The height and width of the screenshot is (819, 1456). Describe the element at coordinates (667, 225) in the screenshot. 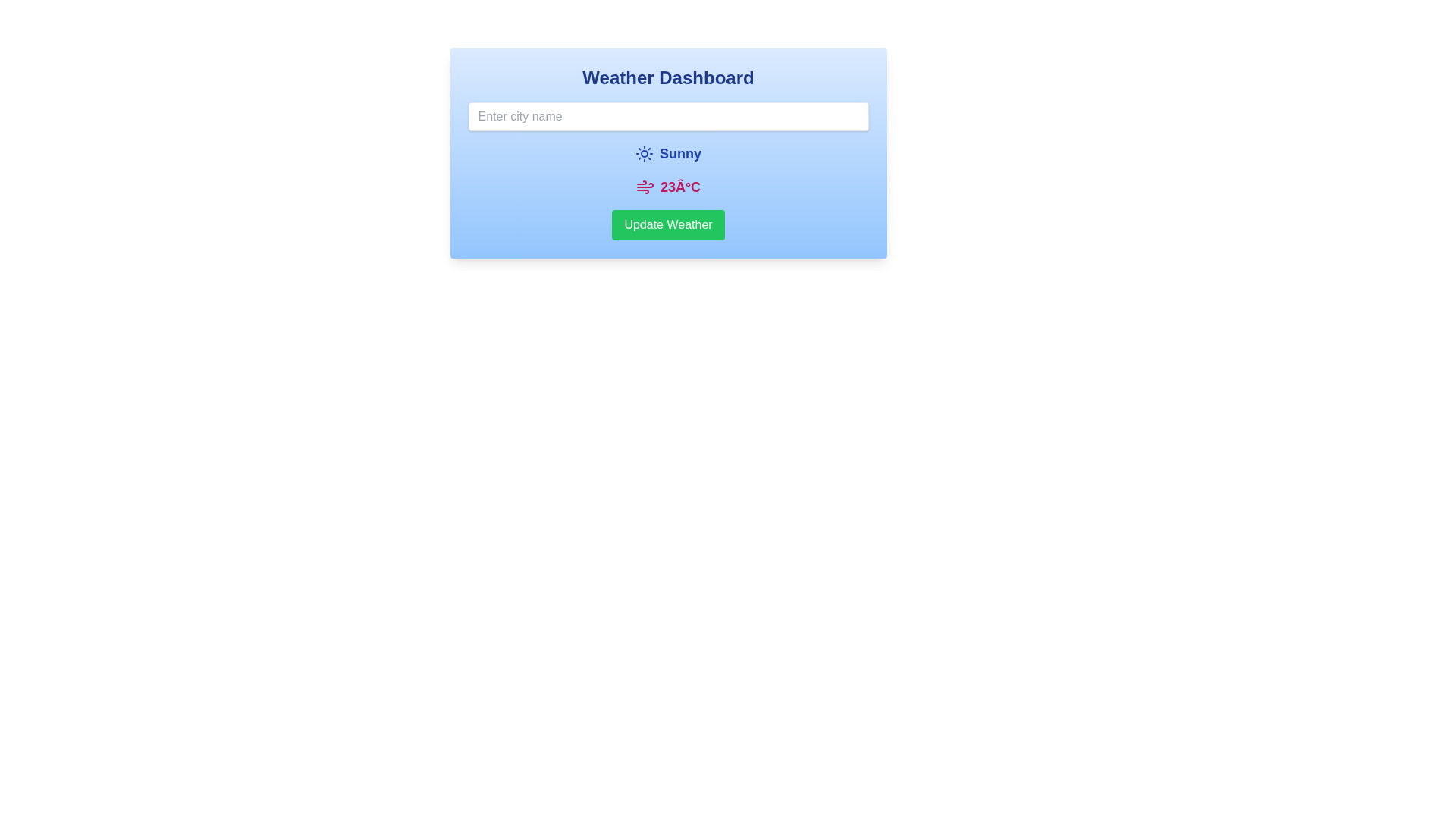

I see `the rectangular button with a green background and white text that reads 'Update Weather' to trigger hover effects` at that location.